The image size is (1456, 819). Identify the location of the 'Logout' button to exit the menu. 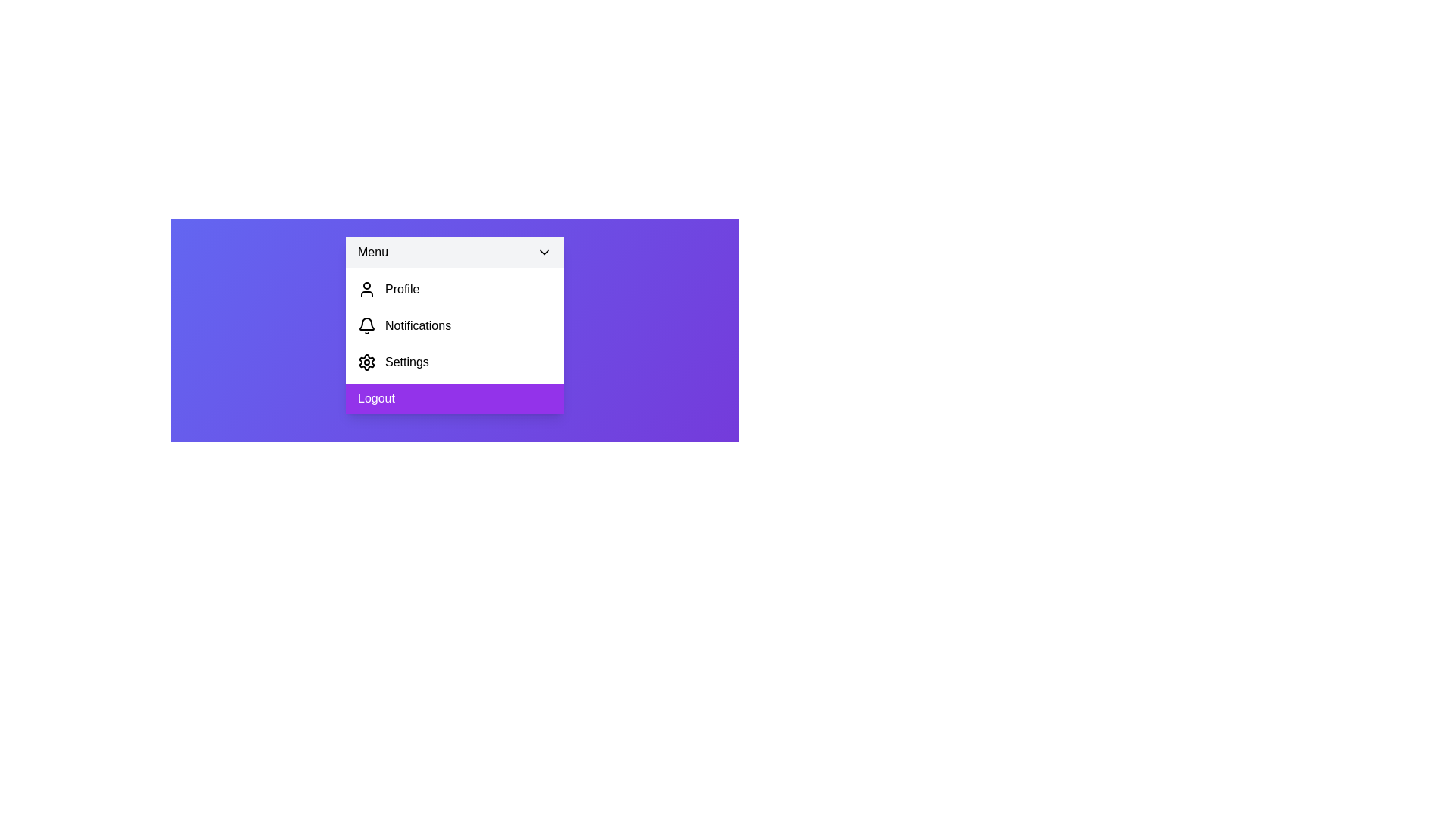
(454, 397).